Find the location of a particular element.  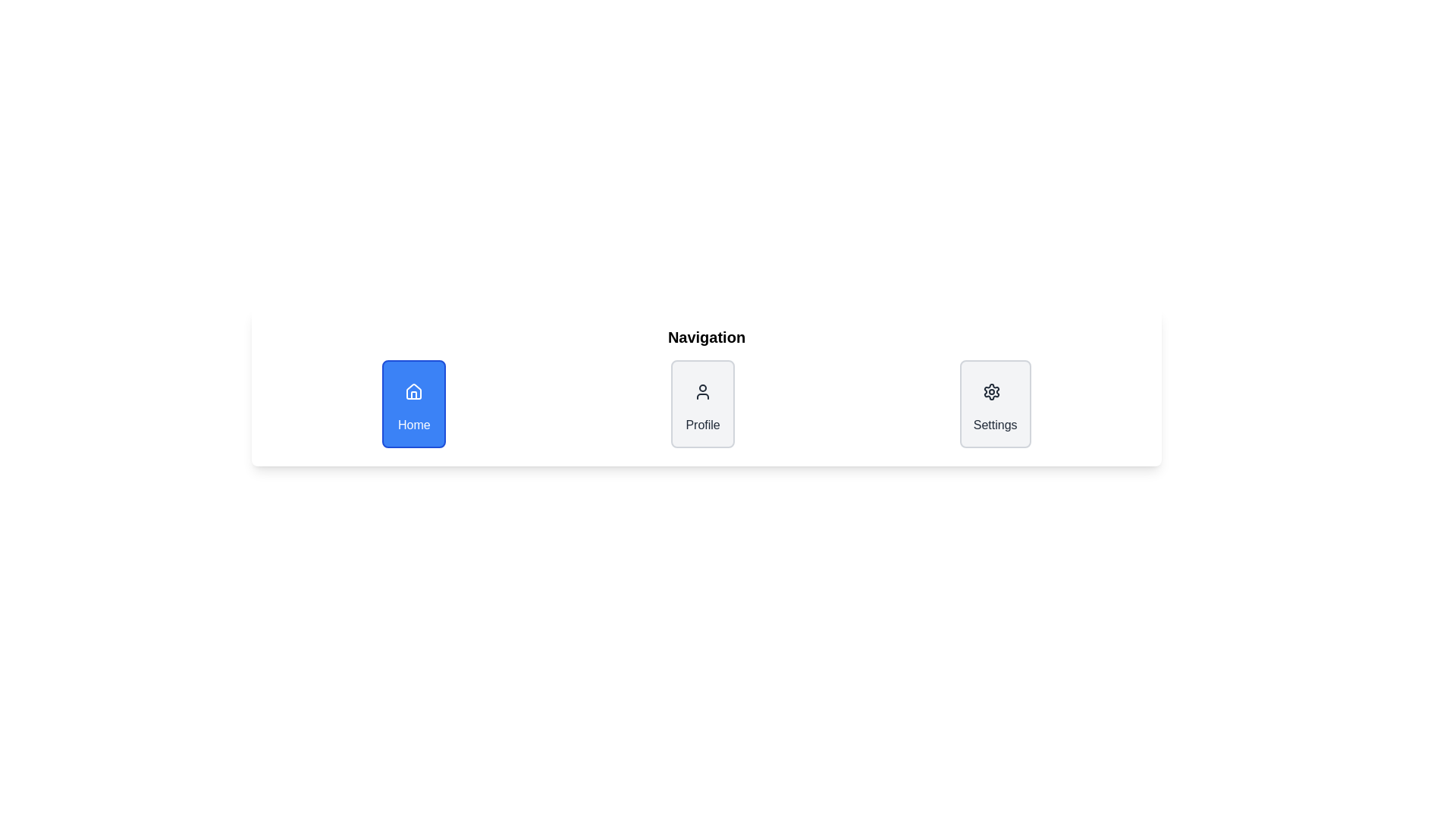

the settings icon located on the right-most side of the horizontal navigation bar, adjacent to the profile icon is located at coordinates (991, 391).